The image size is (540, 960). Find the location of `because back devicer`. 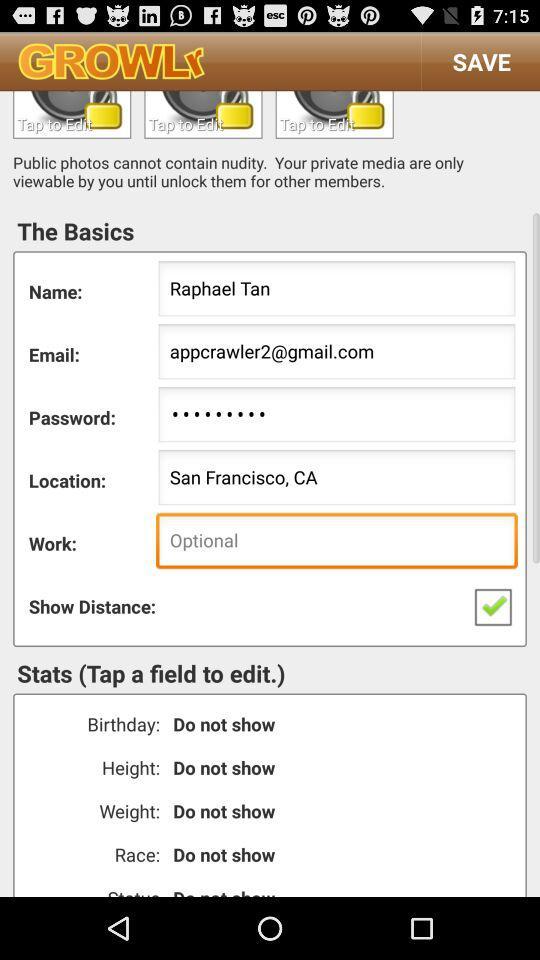

because back devicer is located at coordinates (71, 114).